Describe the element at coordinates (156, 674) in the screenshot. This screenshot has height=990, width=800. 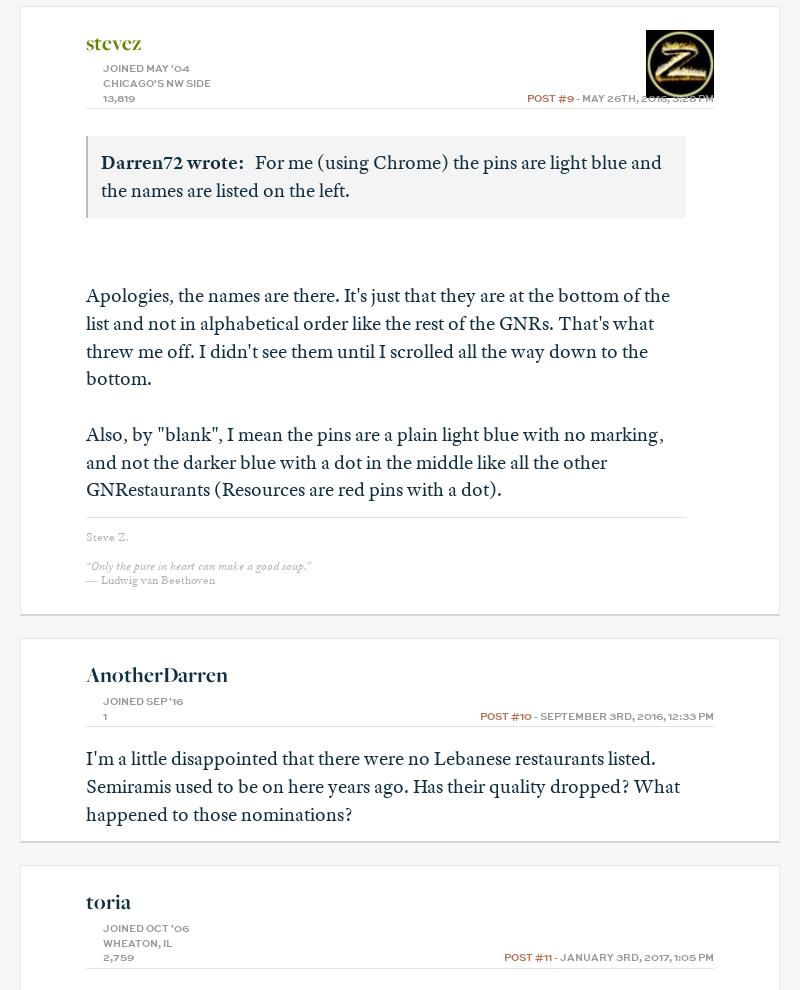
I see `'AnotherDarren'` at that location.